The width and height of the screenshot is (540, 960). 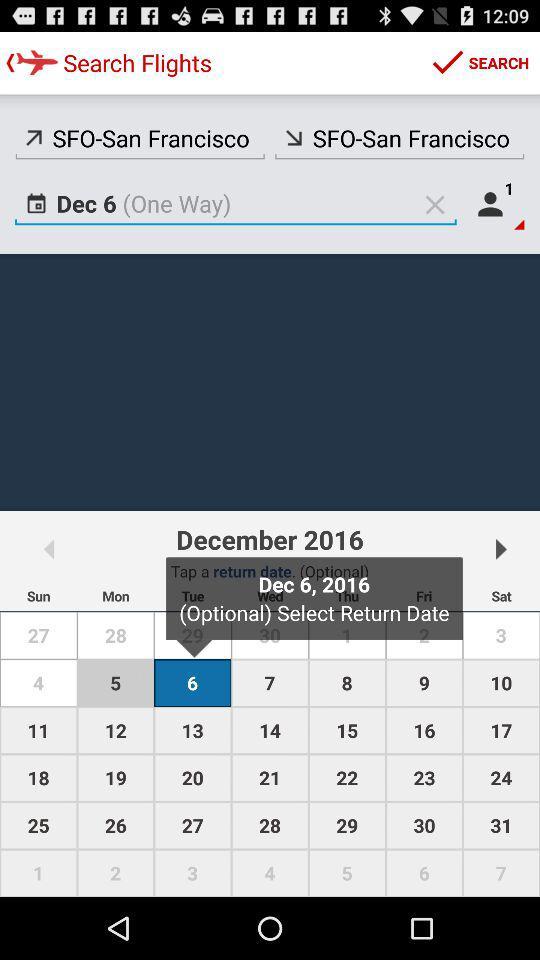 I want to click on the close icon, so click(x=434, y=218).